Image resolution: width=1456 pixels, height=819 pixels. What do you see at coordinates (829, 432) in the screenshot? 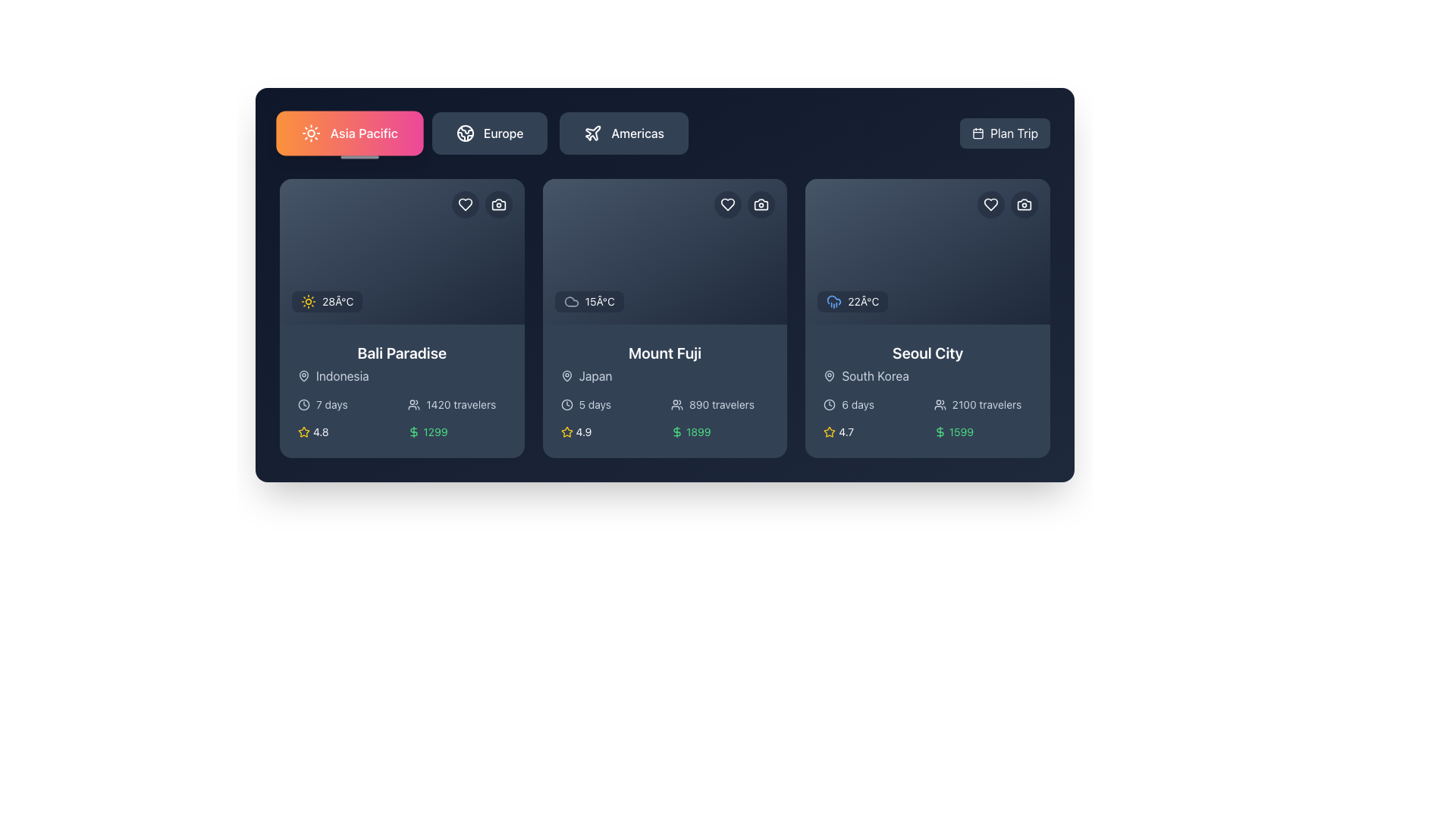
I see `the first star icon representing the rating of 'Seoul City', located in the third card section of the UI` at bounding box center [829, 432].